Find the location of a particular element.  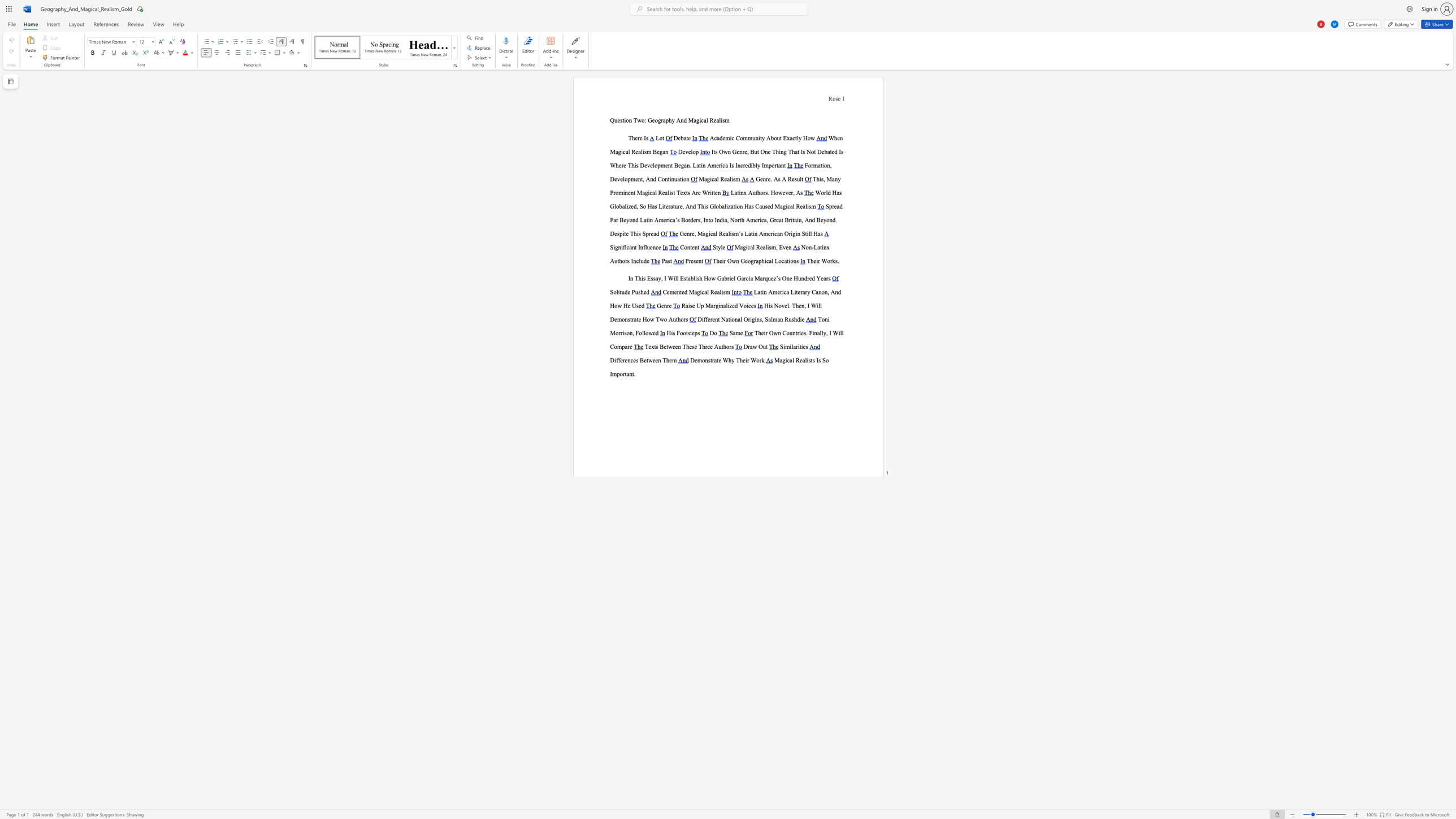

the subset text "ent Ma" within the text "This, Many Prominent Magical Realist Texts Are Written" is located at coordinates (628, 193).